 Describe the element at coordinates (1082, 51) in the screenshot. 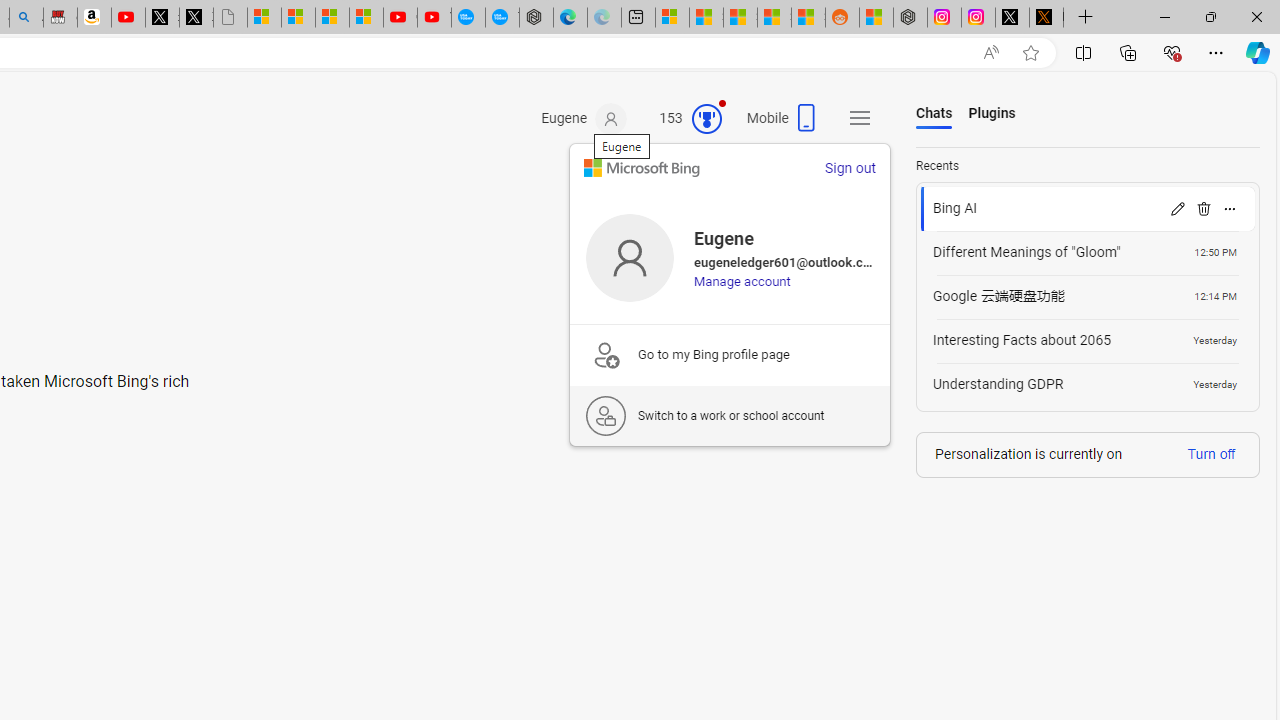

I see `'Split screen'` at that location.